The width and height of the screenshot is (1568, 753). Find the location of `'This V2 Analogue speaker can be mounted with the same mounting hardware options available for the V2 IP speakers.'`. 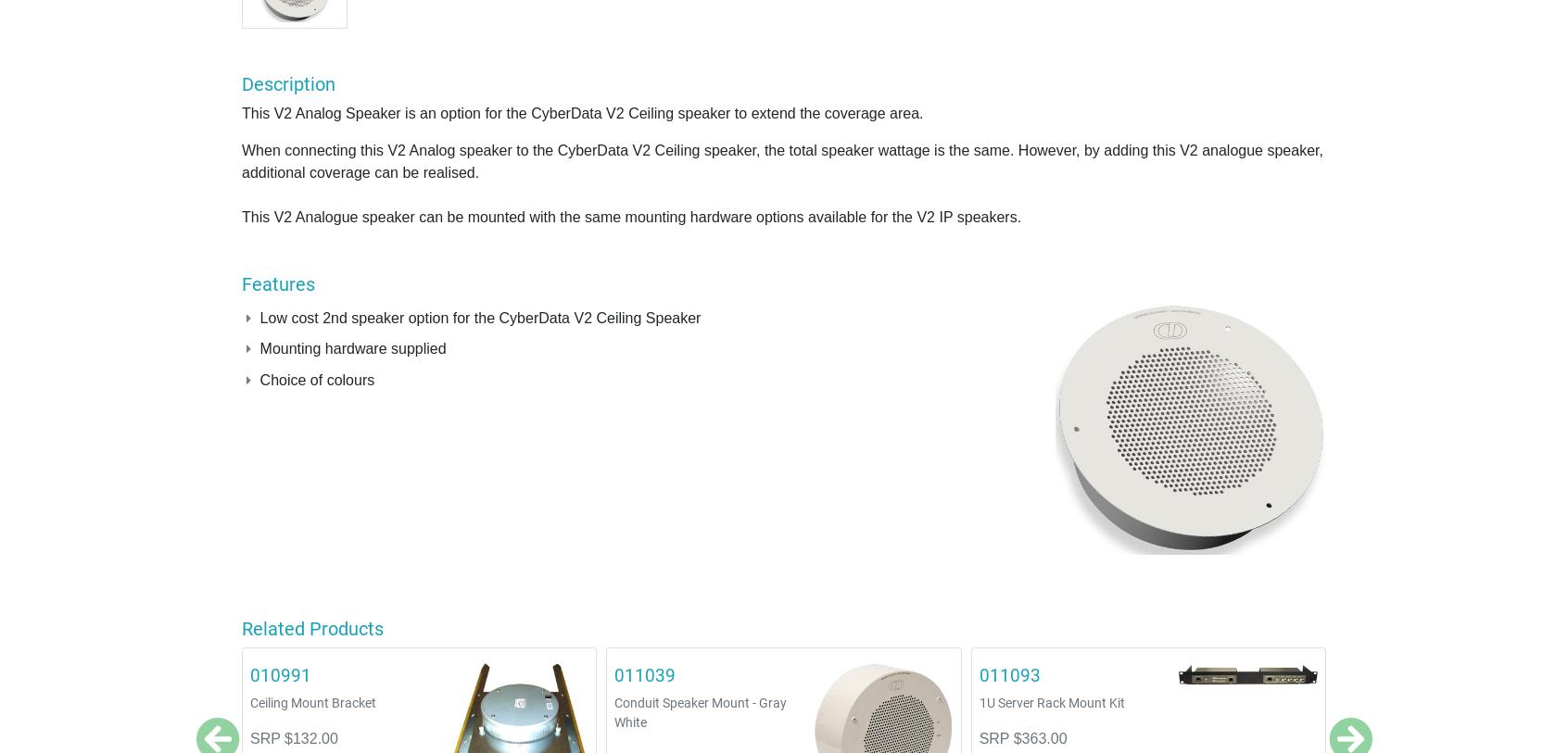

'This V2 Analogue speaker can be mounted with the same mounting hardware options available for the V2 IP speakers.' is located at coordinates (242, 215).